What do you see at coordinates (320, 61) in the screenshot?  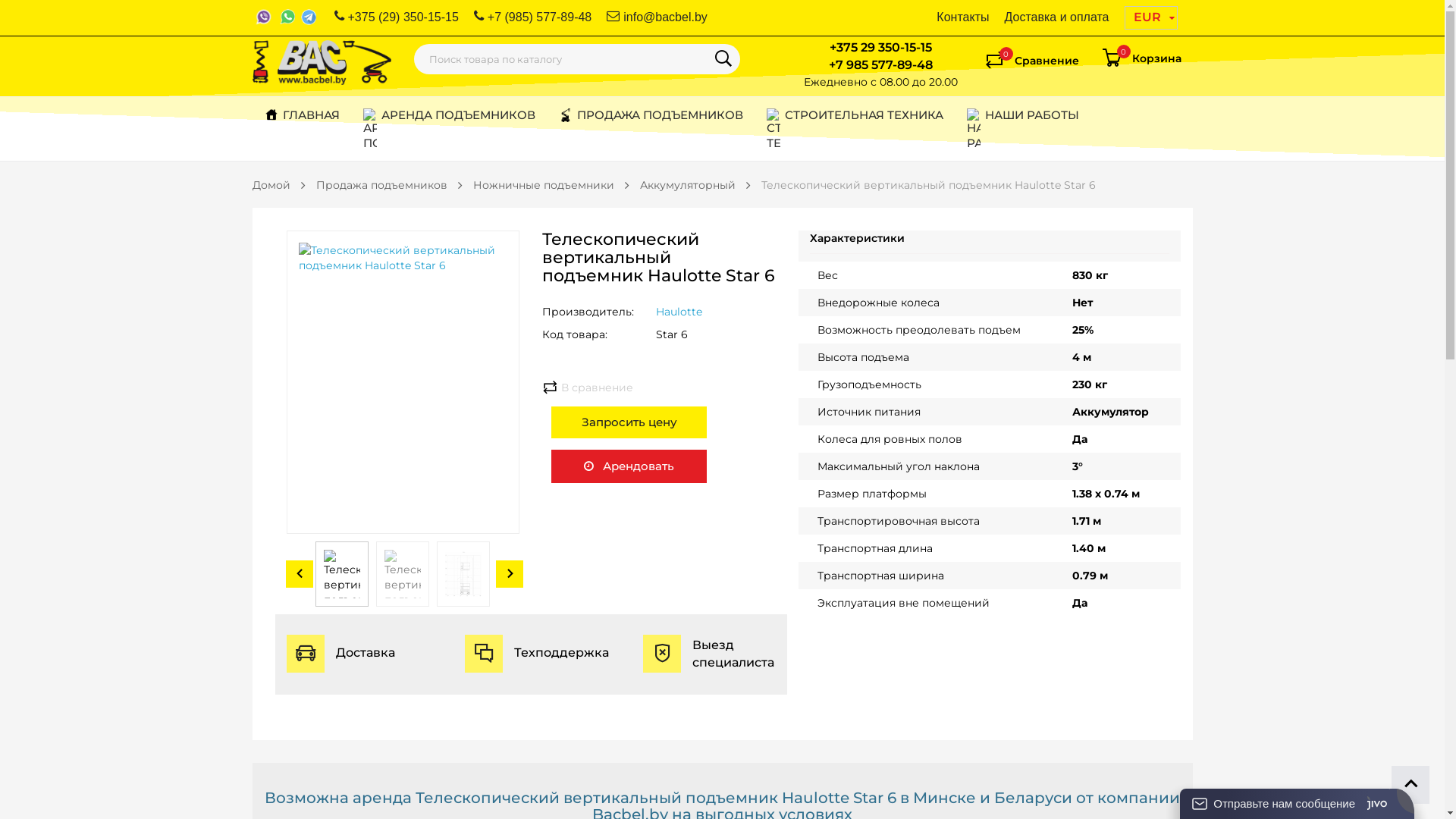 I see `'bacbel.by'` at bounding box center [320, 61].